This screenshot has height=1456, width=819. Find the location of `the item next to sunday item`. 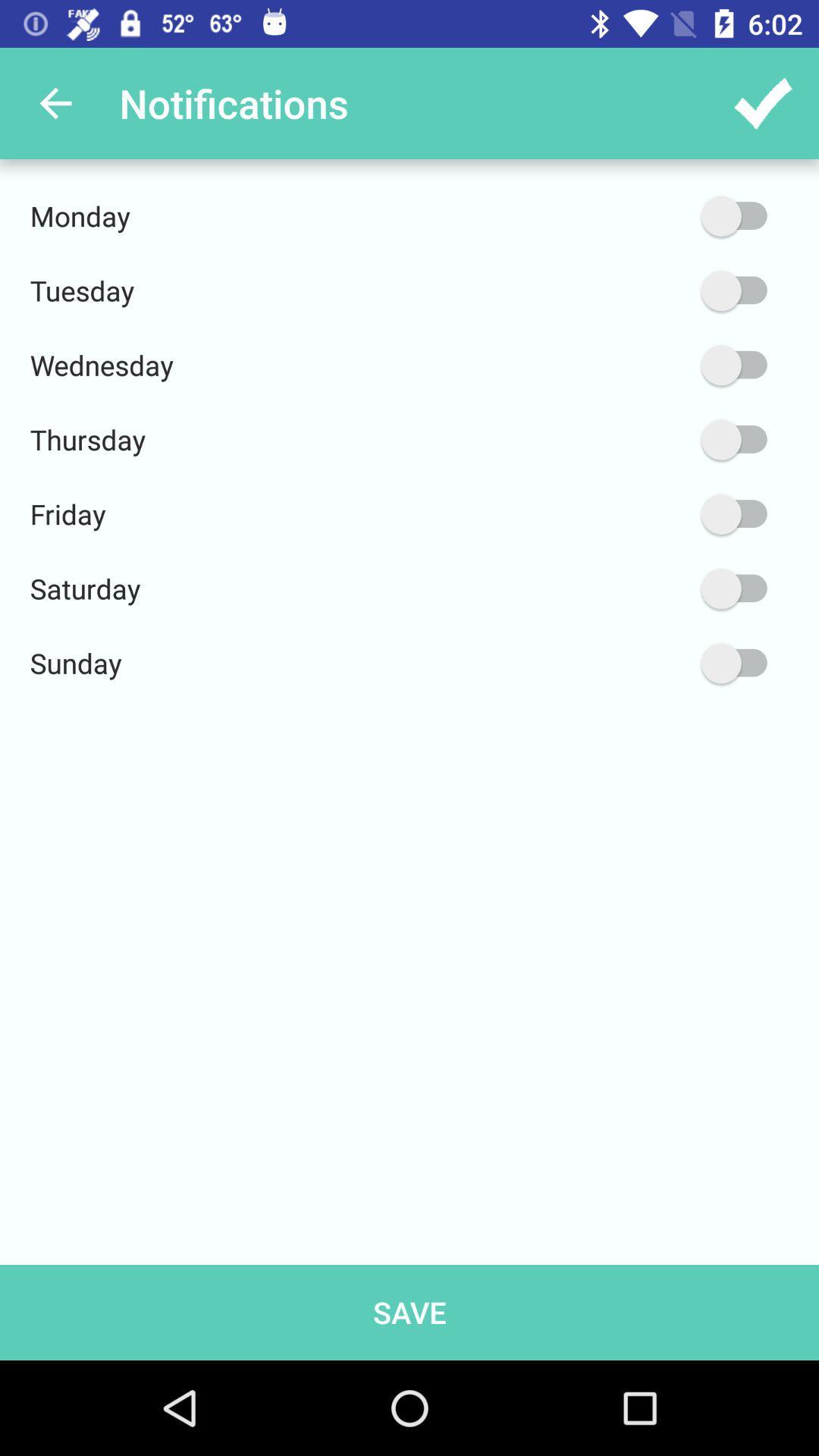

the item next to sunday item is located at coordinates (661, 663).